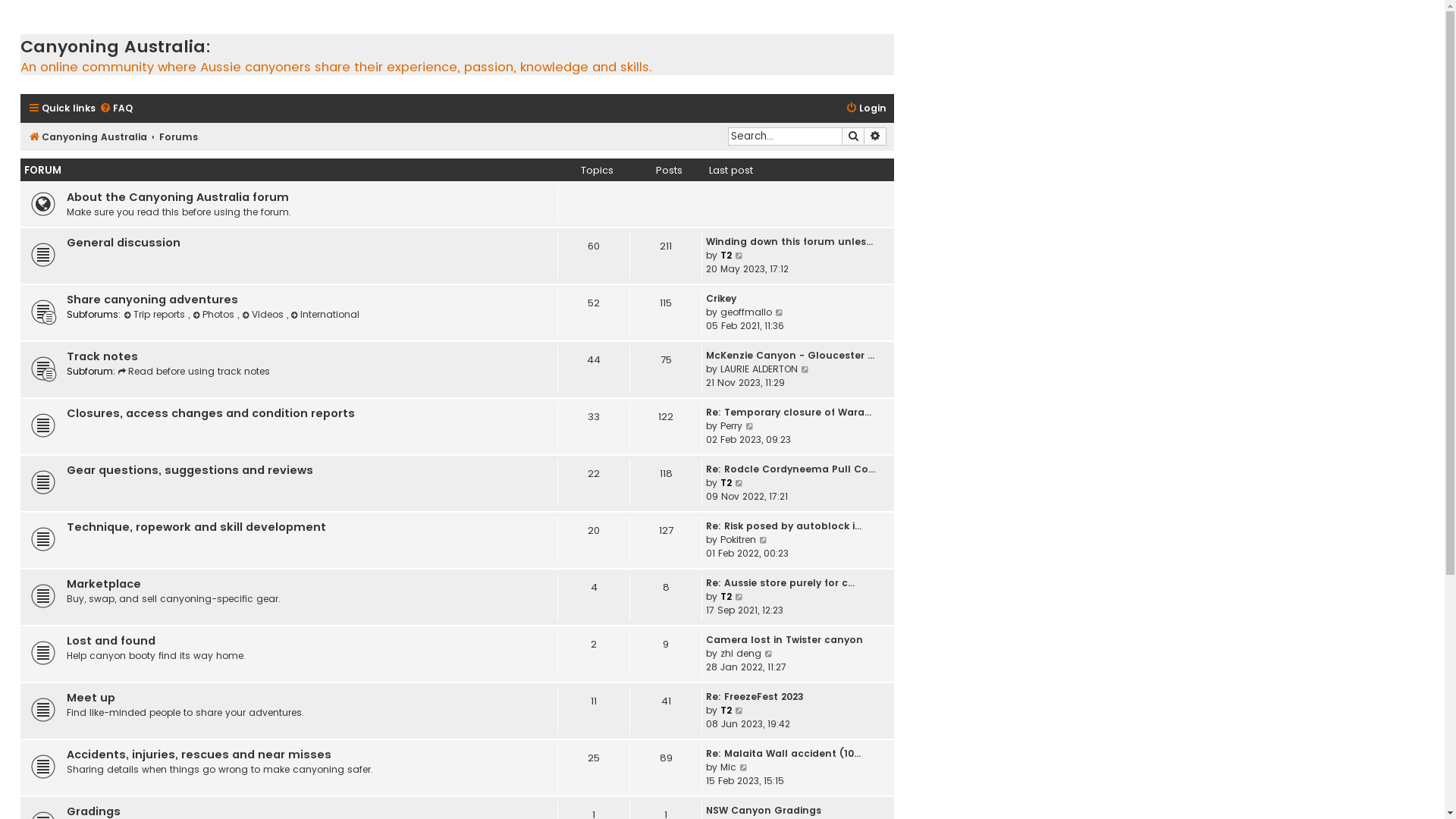 This screenshot has width=1456, height=819. I want to click on 'View the latest post', so click(744, 767).